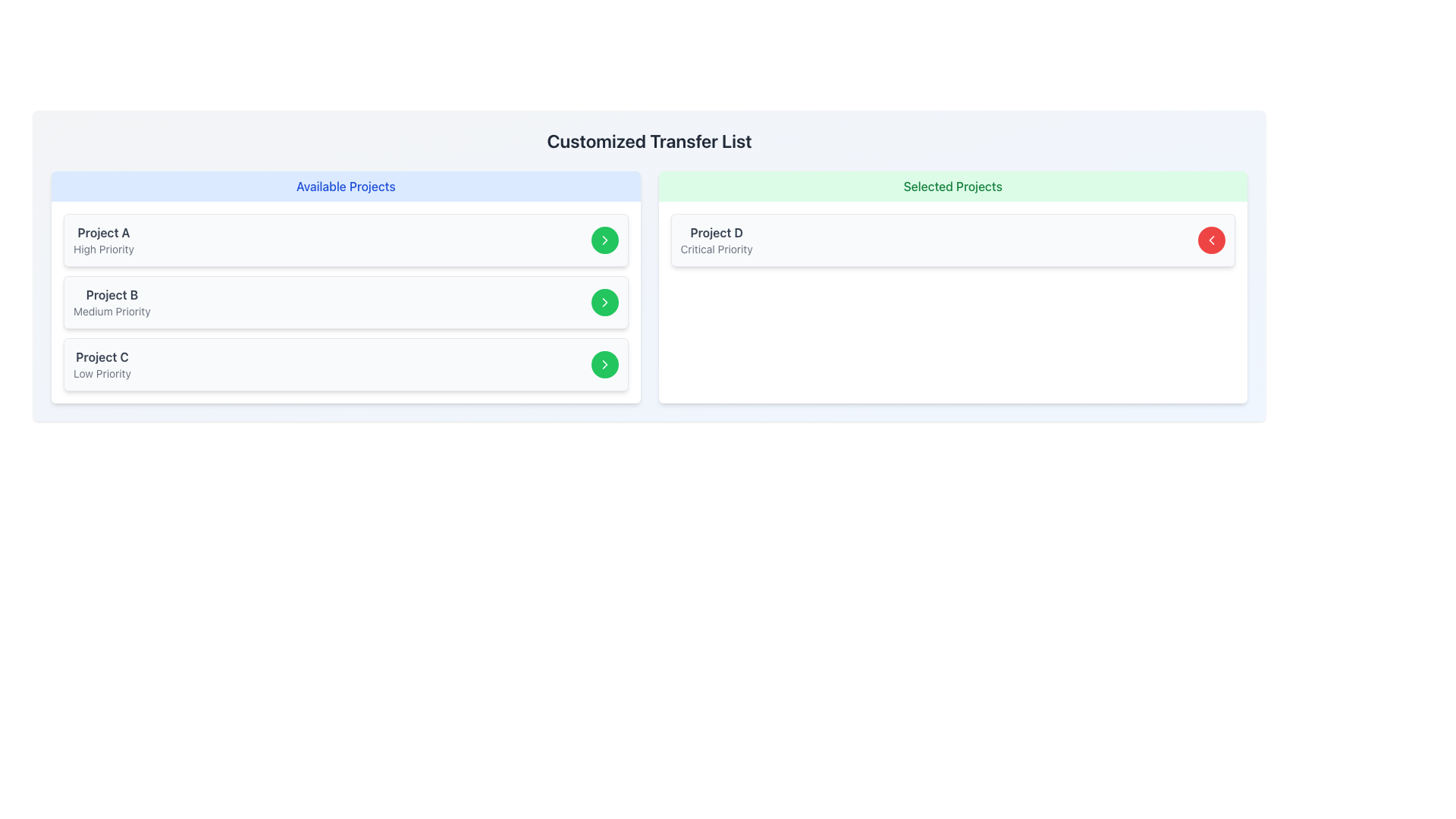 This screenshot has width=1456, height=819. I want to click on the Text Label in the 'Available Projects' section, located in the second row above 'Medium Priority', so click(111, 295).